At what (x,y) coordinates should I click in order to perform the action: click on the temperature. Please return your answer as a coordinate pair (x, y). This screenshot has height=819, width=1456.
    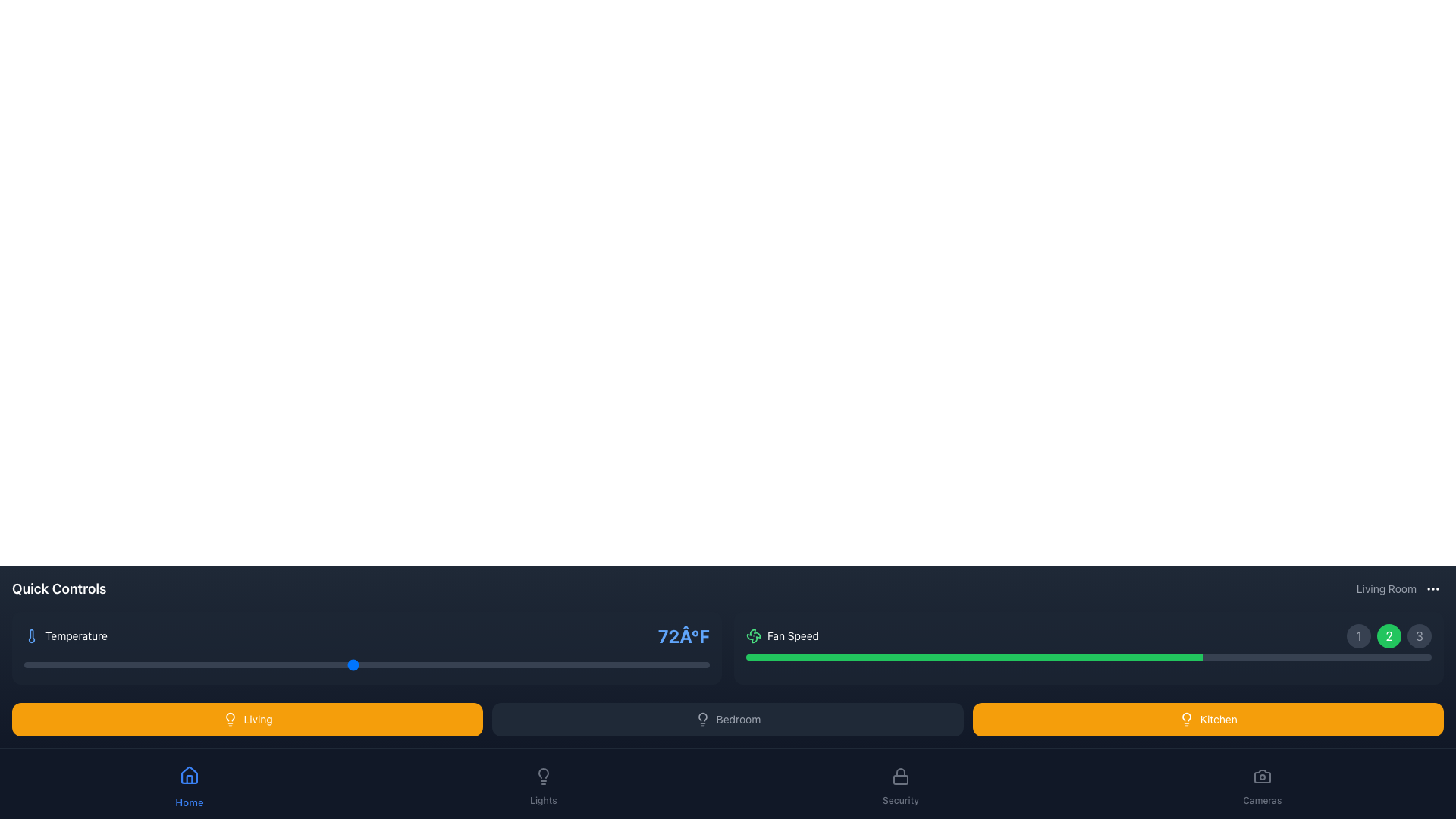
    Looking at the image, I should click on (462, 664).